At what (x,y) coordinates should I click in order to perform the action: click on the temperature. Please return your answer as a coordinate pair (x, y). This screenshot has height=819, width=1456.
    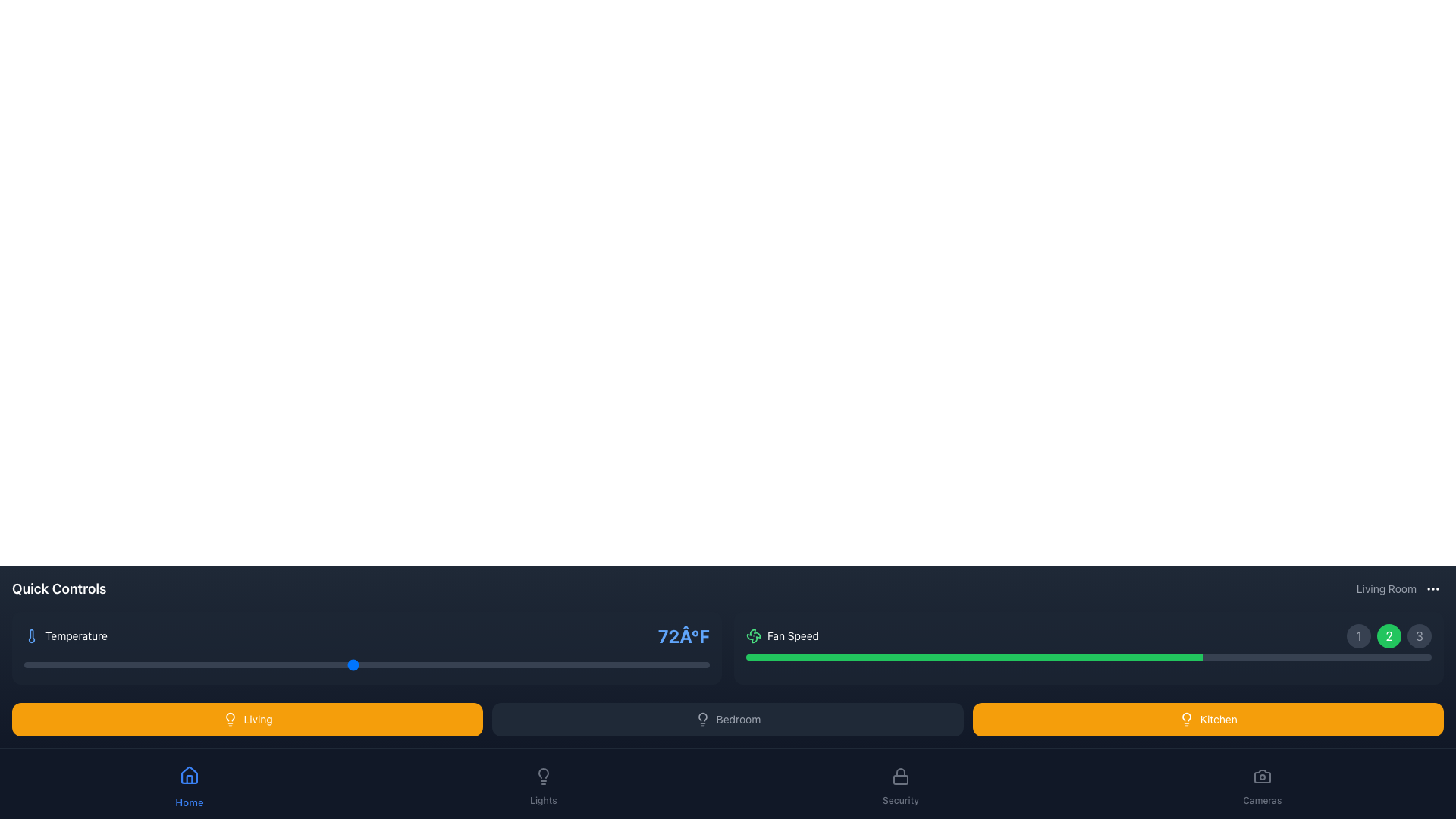
    Looking at the image, I should click on (462, 664).